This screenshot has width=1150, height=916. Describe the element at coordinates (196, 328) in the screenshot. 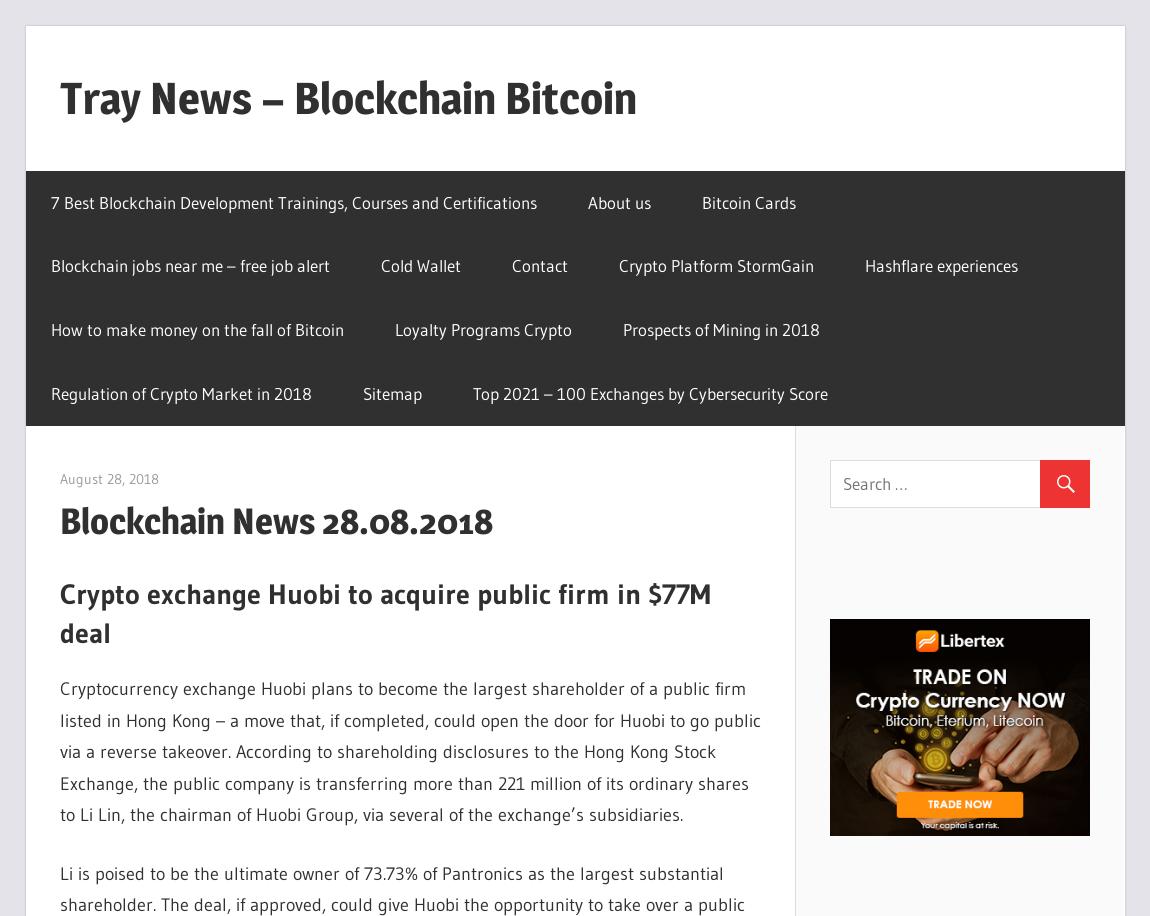

I see `'How to make money on the fall of Bitcoin'` at that location.